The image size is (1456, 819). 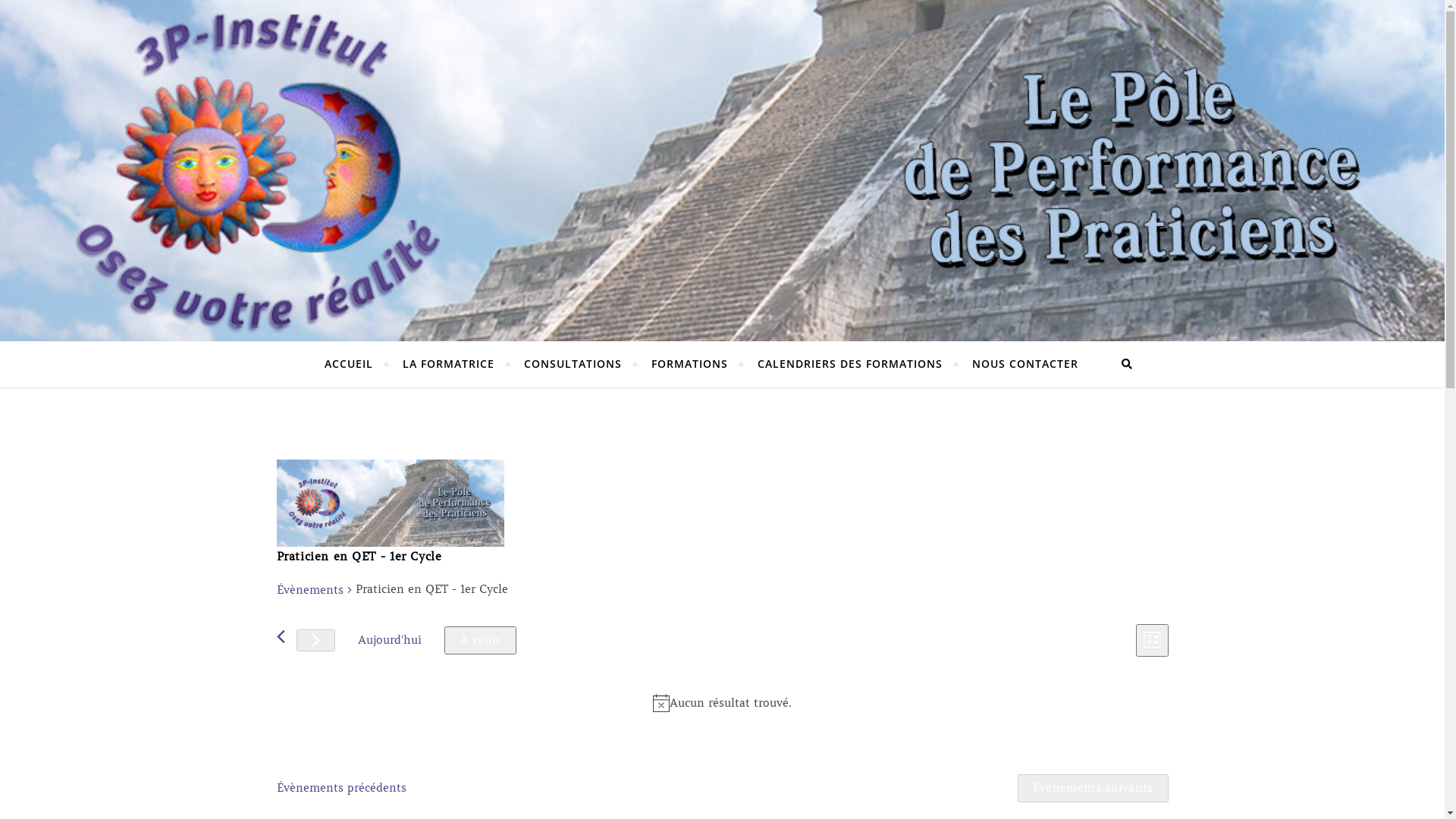 I want to click on 'ACCUEIL', so click(x=354, y=363).